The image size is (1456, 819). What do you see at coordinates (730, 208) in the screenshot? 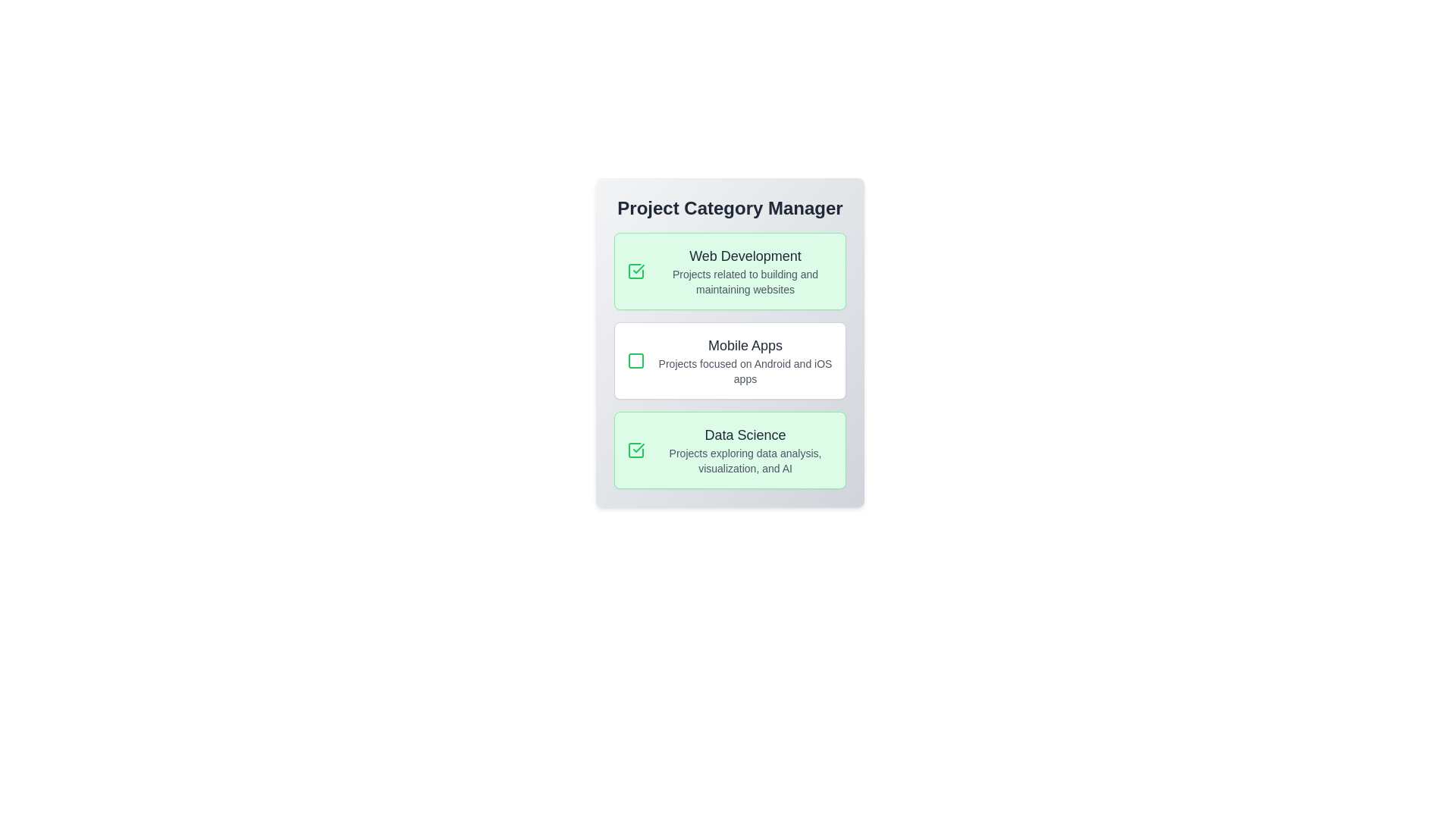
I see `the Text heading element that serves as a title for categorized projects, located at the top of the layout, centered horizontally` at bounding box center [730, 208].